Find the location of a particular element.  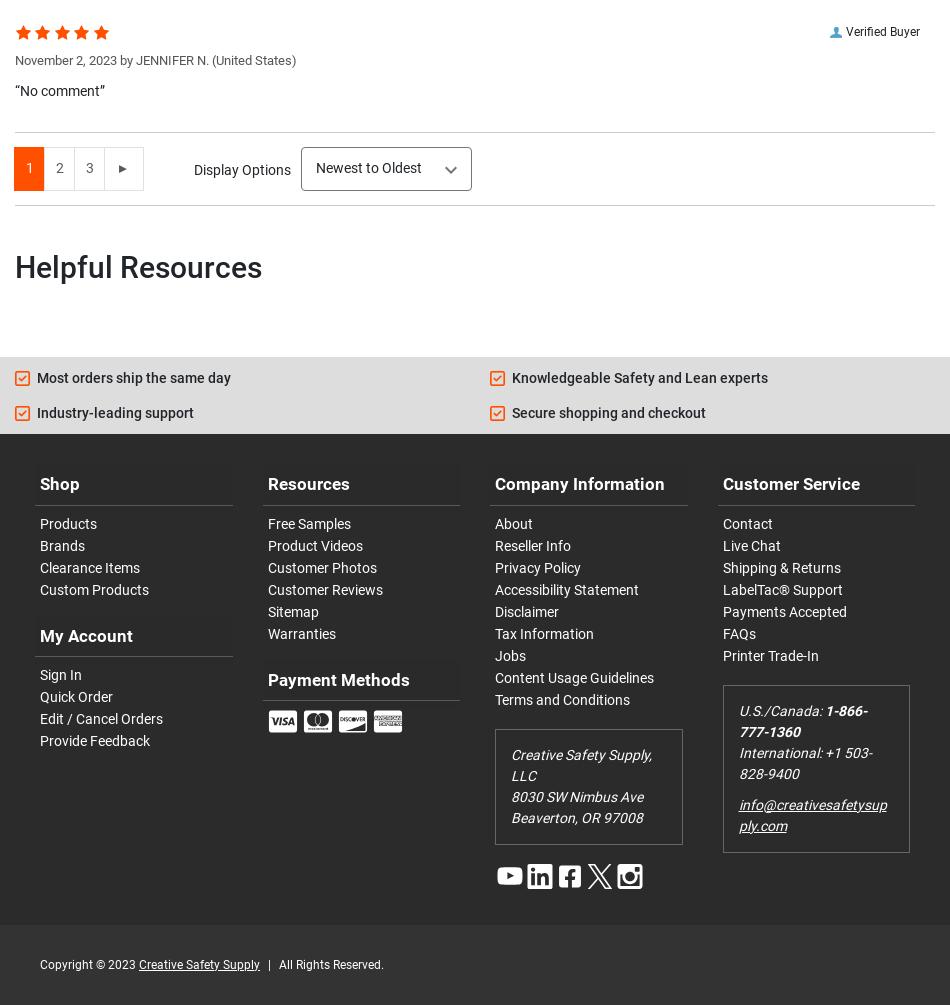

'Shipping & Returns' is located at coordinates (779, 566).